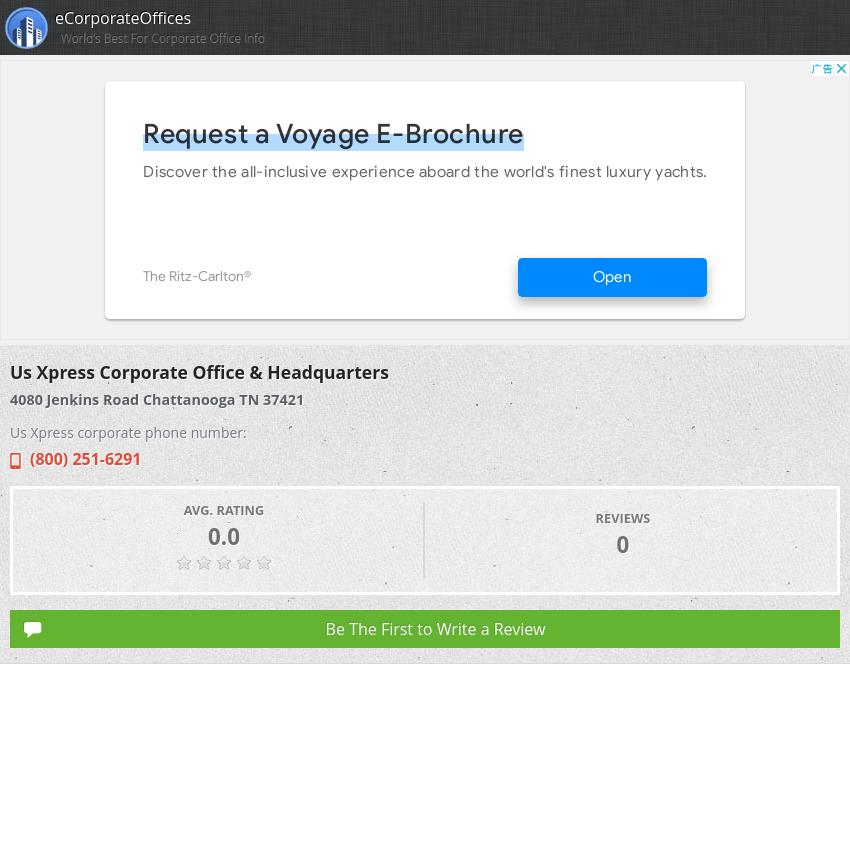 Image resolution: width=850 pixels, height=843 pixels. I want to click on 'Avg. Rating', so click(223, 509).